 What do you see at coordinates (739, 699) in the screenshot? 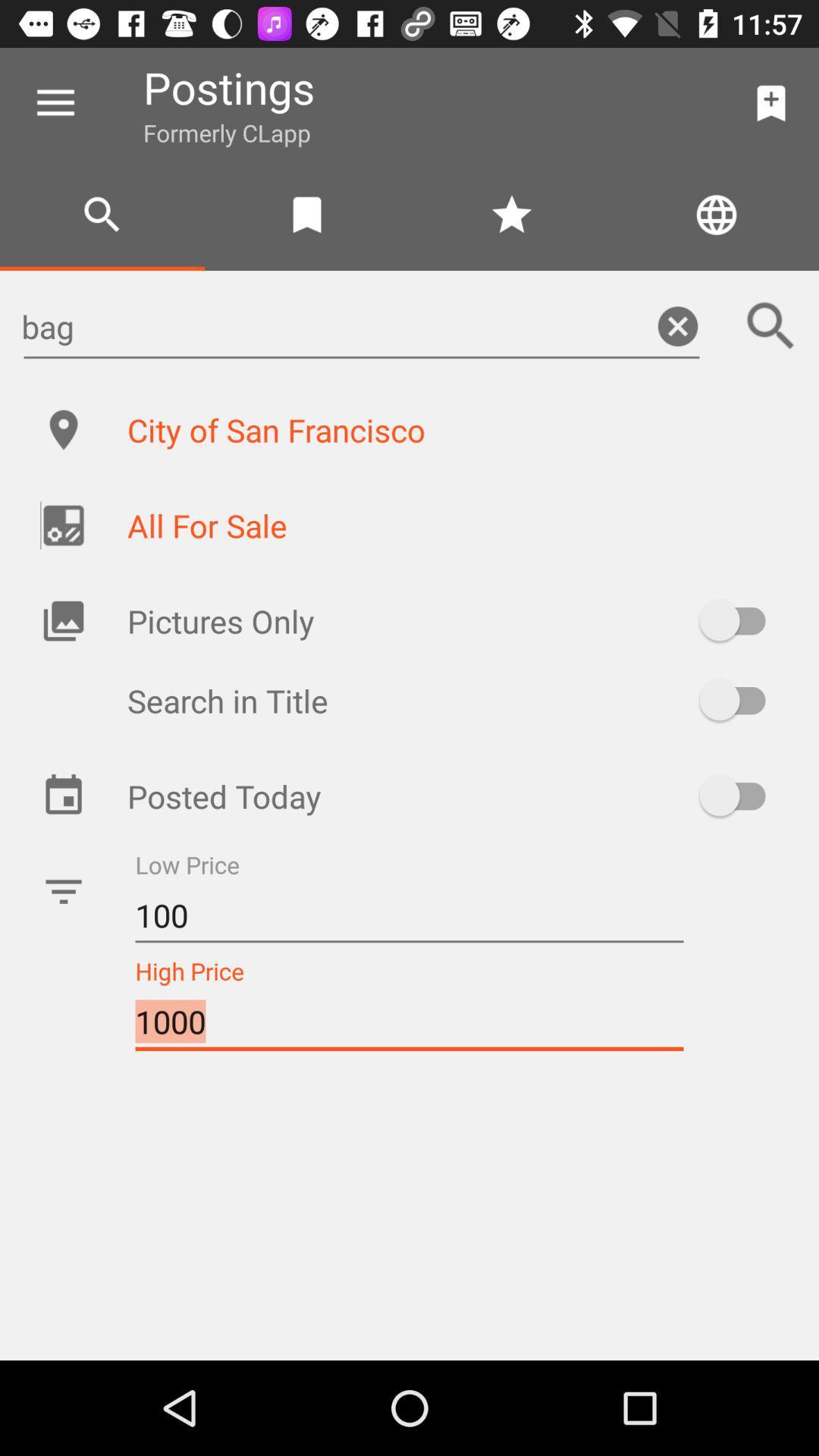
I see `search option` at bounding box center [739, 699].